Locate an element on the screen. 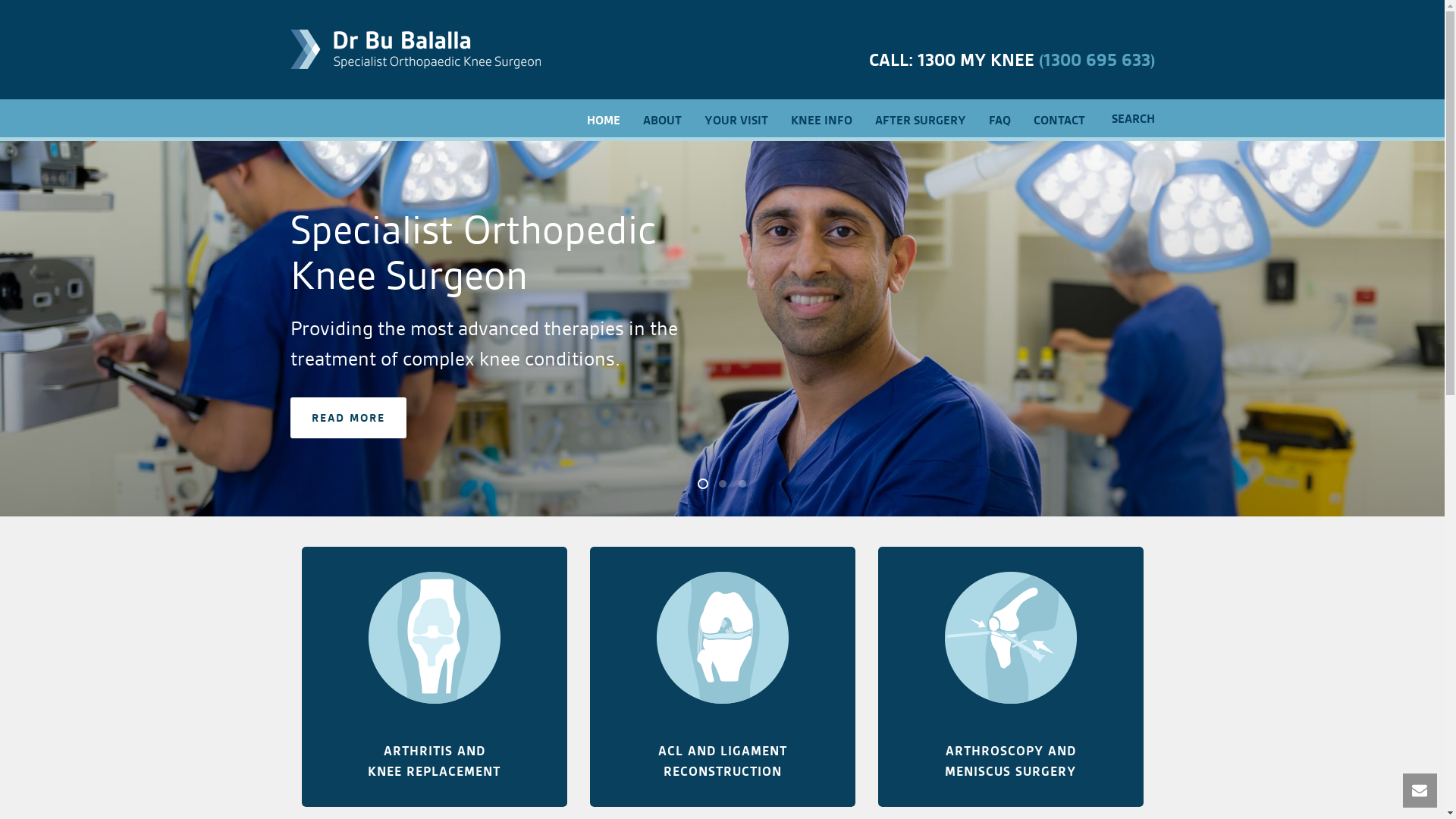 The height and width of the screenshot is (819, 1456). 'FAQ' is located at coordinates (999, 118).